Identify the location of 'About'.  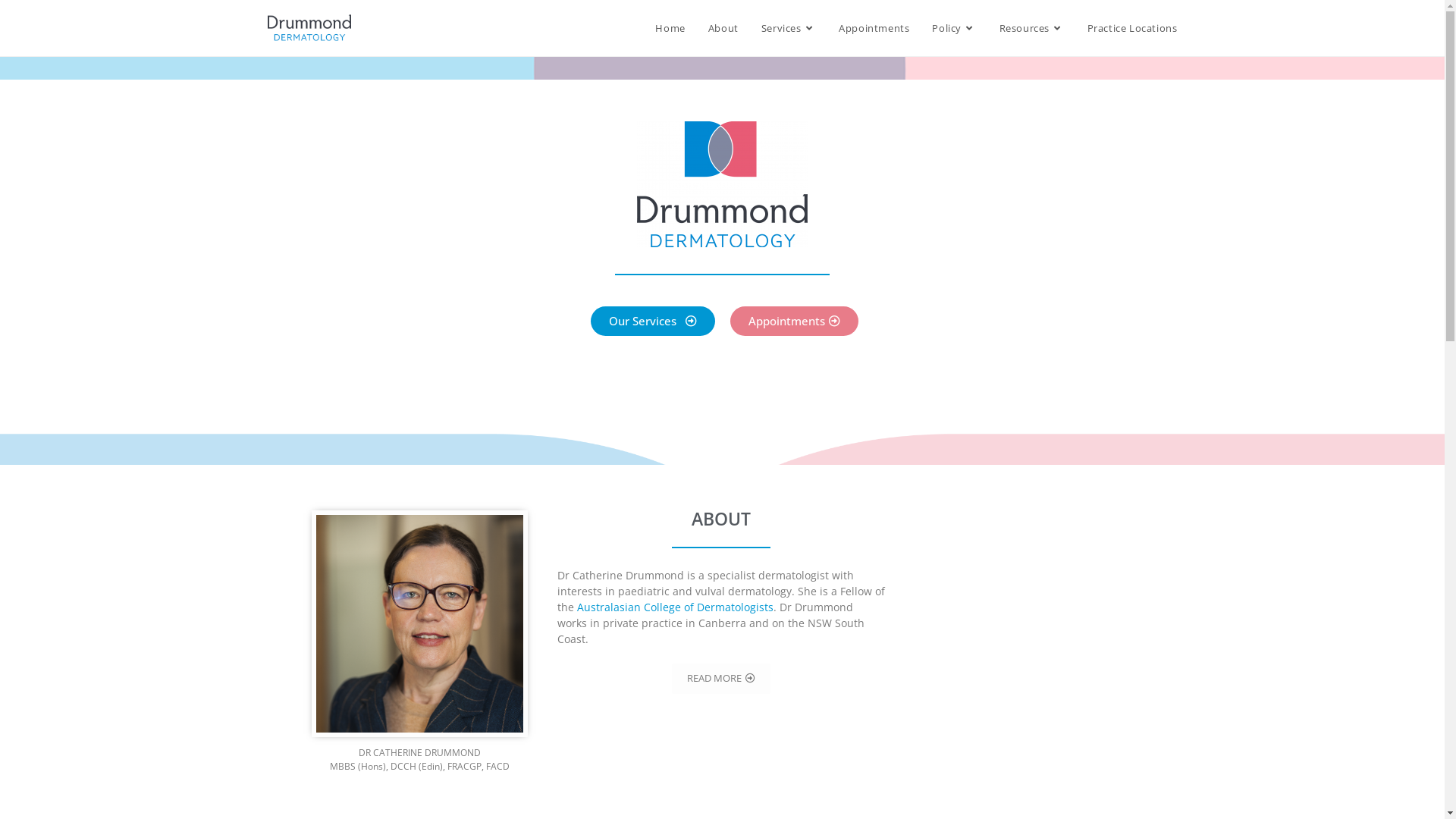
(723, 28).